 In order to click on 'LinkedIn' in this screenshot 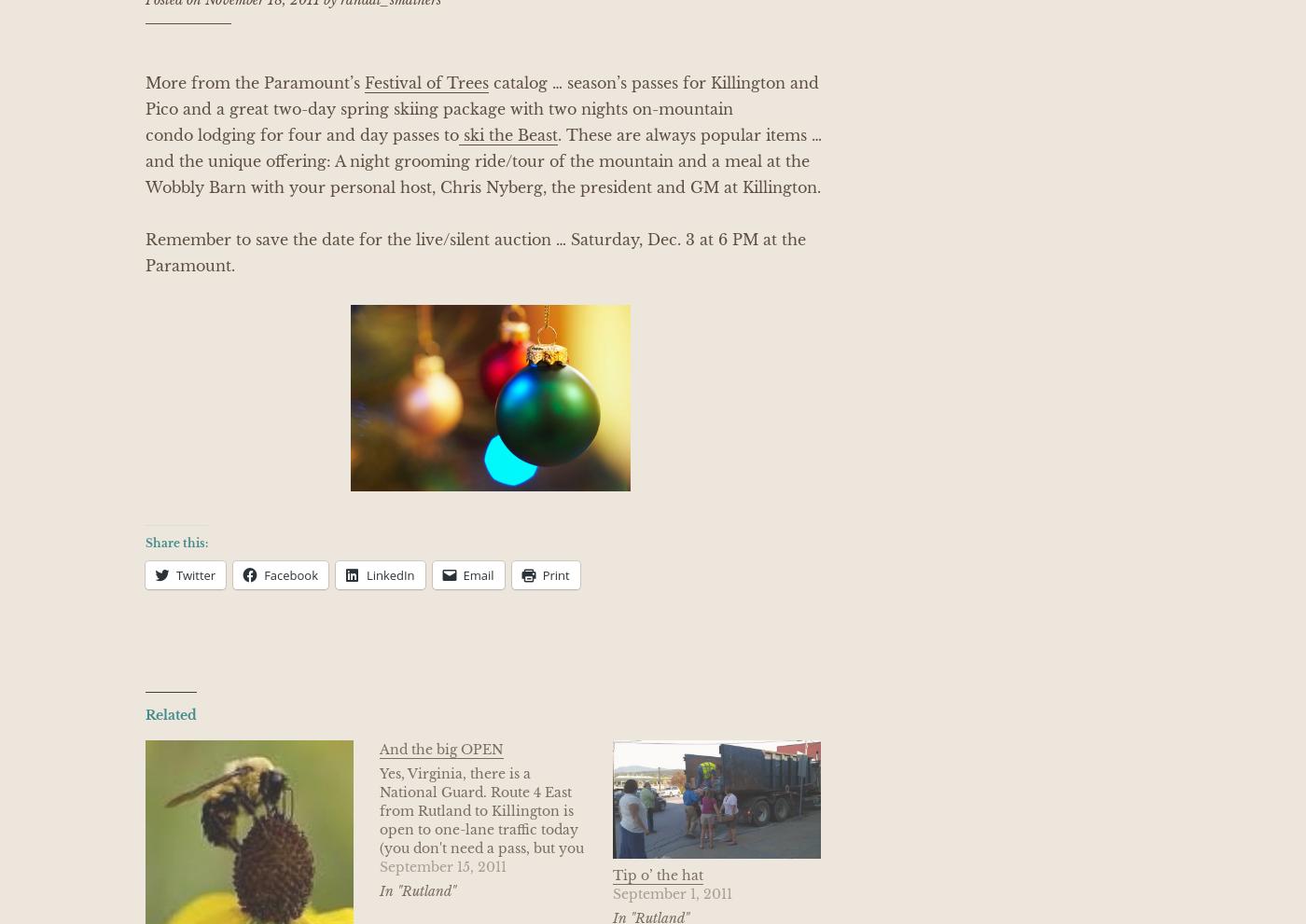, I will do `click(390, 574)`.